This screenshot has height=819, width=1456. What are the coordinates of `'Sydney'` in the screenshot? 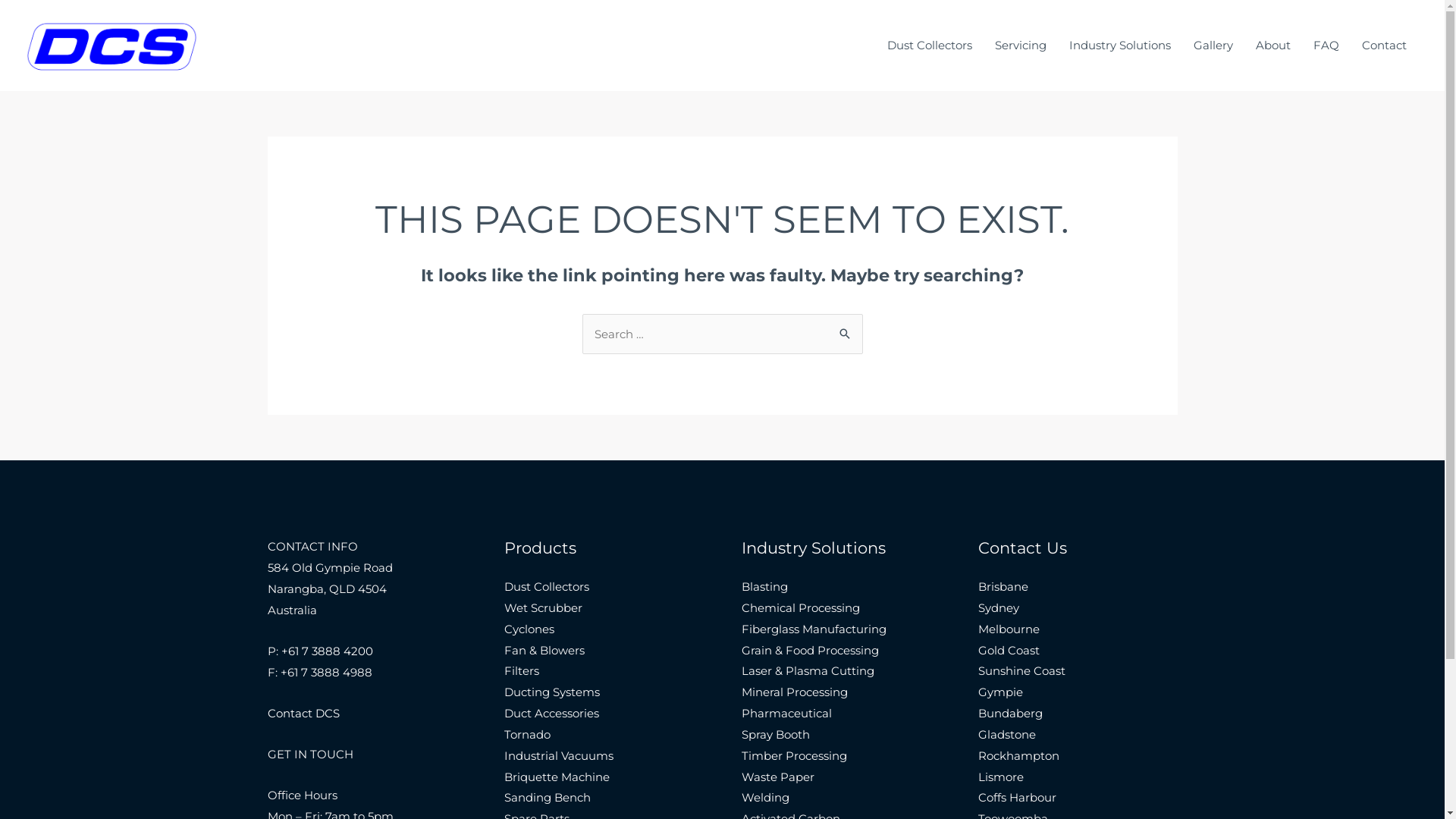 It's located at (998, 607).